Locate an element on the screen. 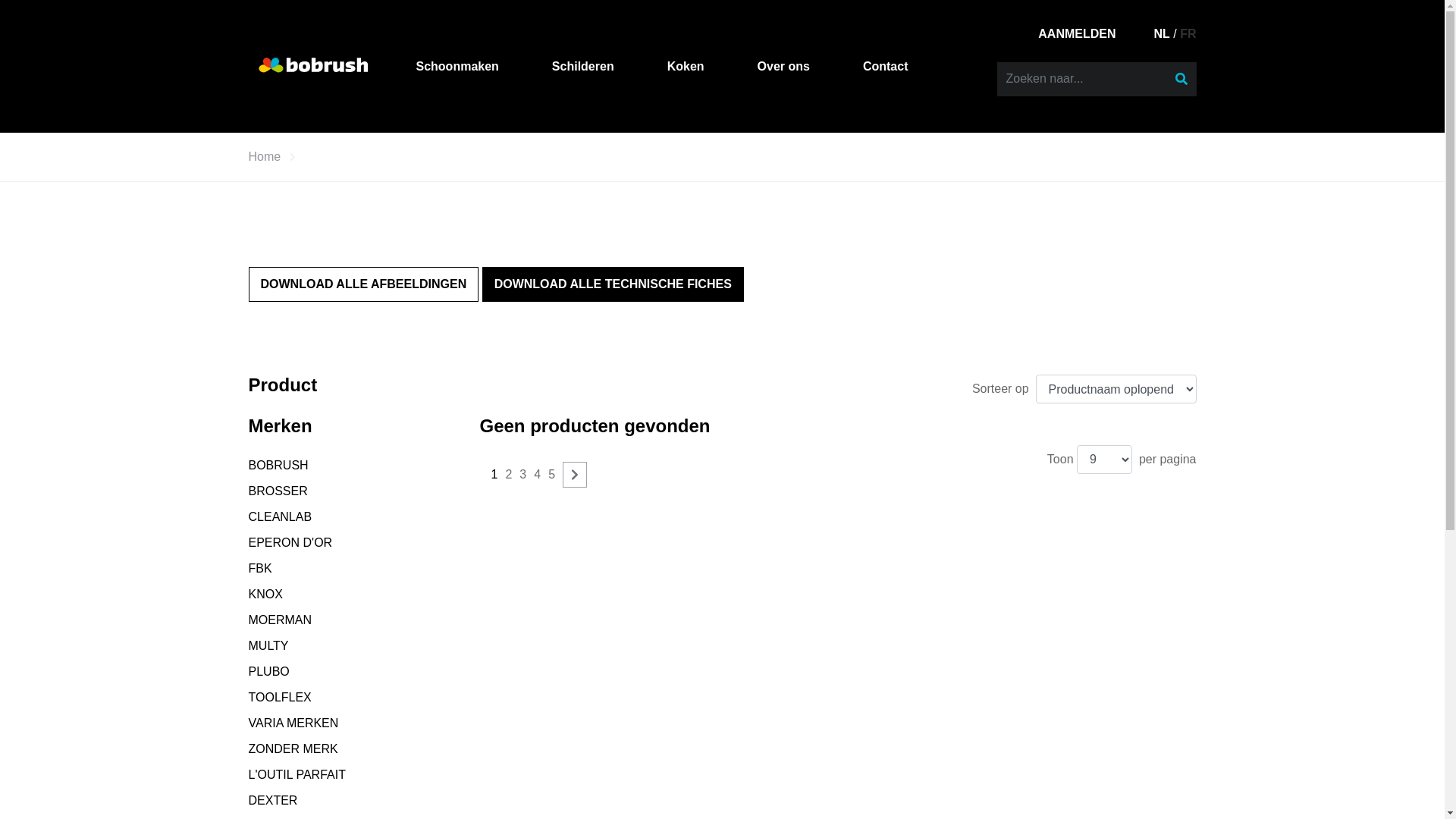  'ZONDER MERK' is located at coordinates (293, 748).